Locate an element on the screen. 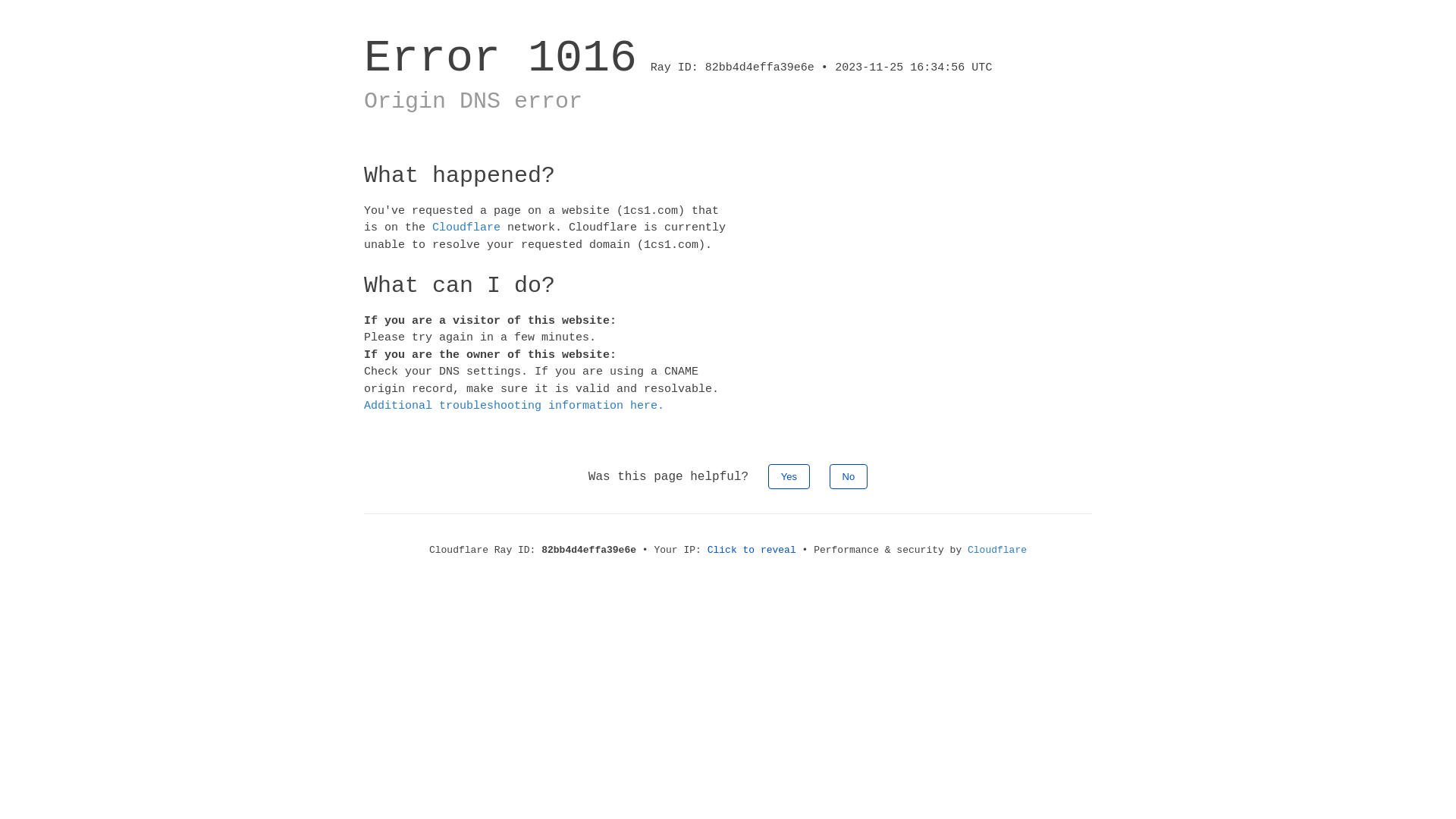 Image resolution: width=1456 pixels, height=819 pixels. 'No' is located at coordinates (848, 475).